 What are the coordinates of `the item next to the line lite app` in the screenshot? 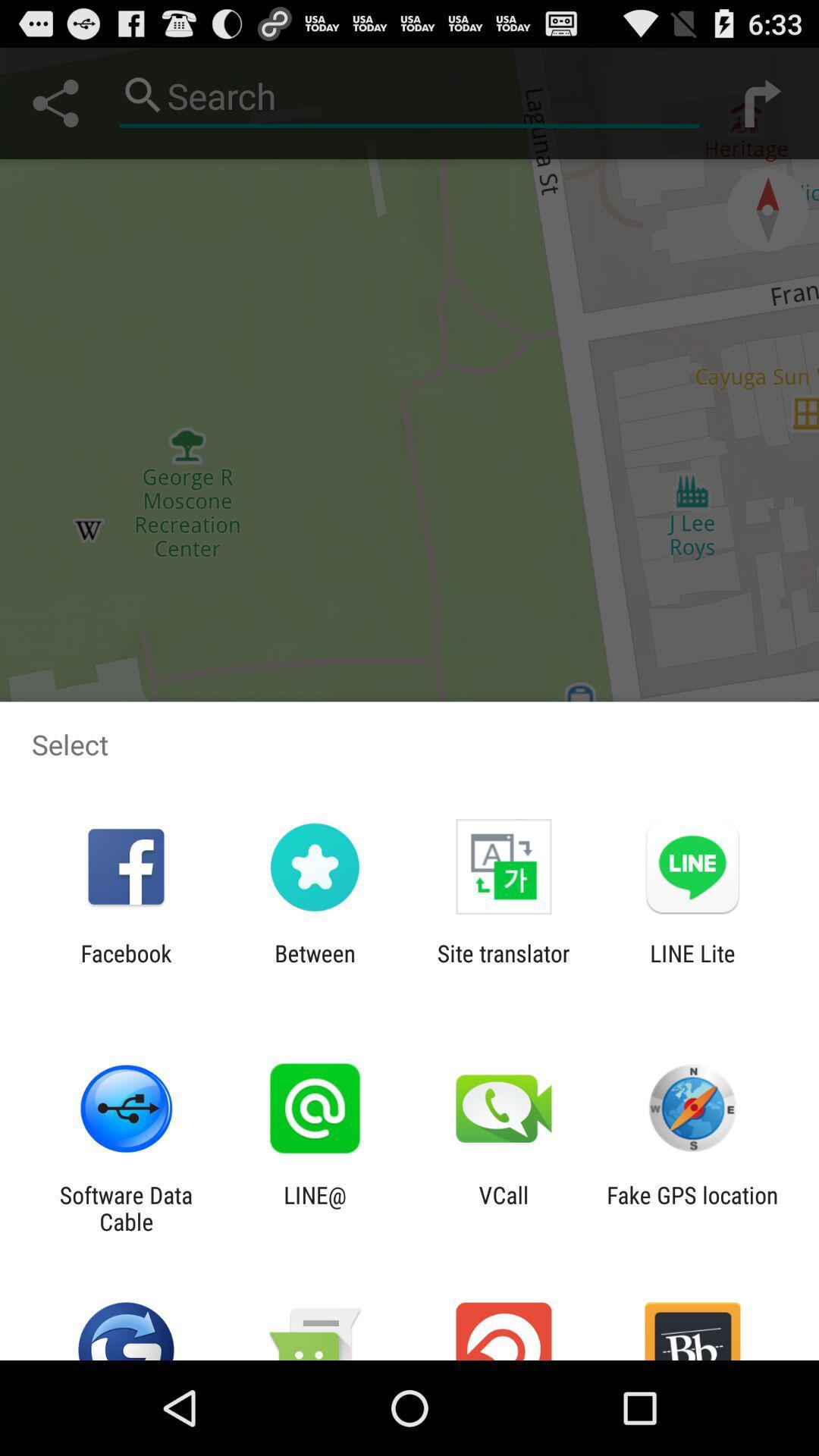 It's located at (504, 966).